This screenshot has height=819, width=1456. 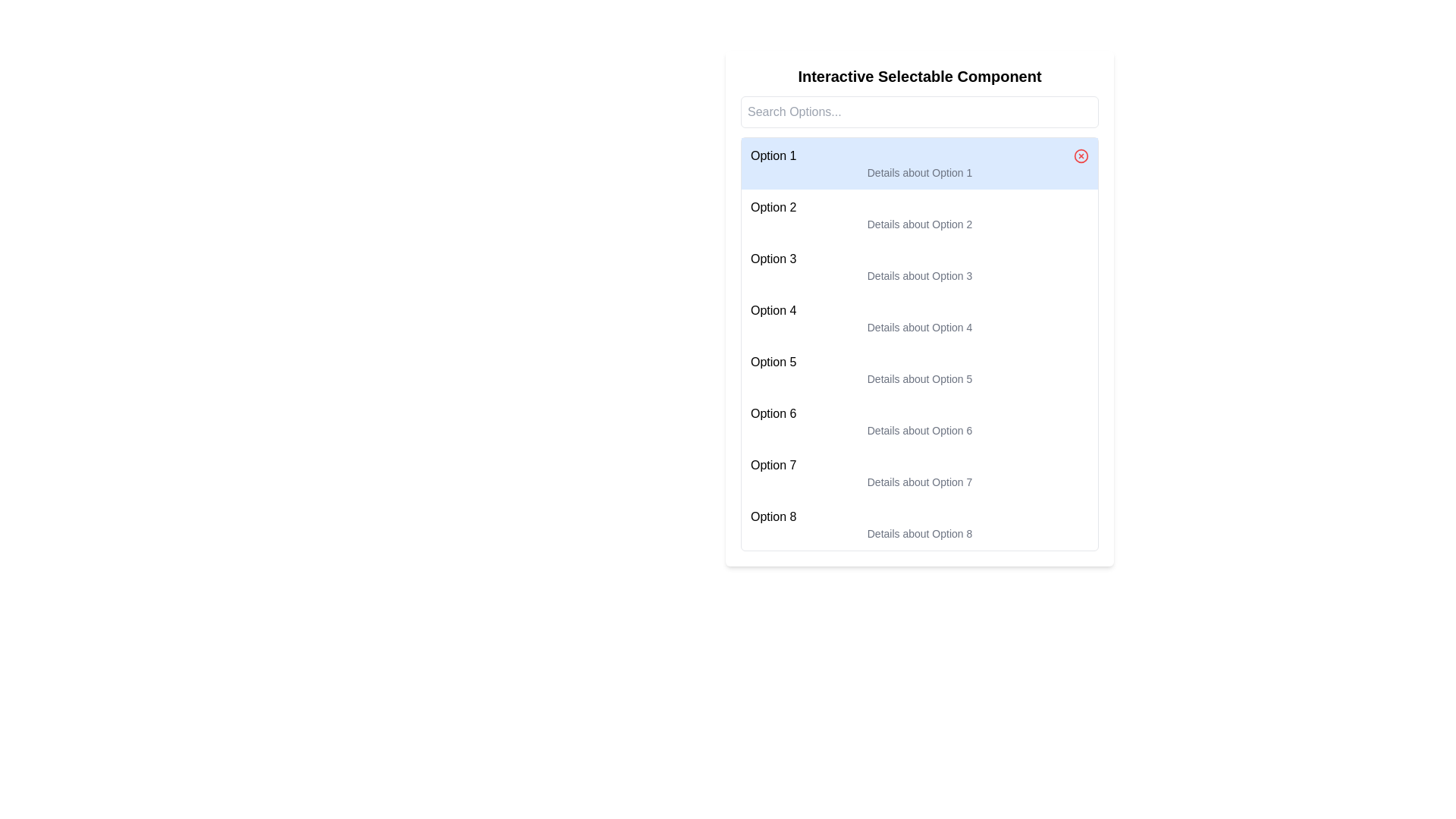 I want to click on the 'Option 5' text label, so click(x=773, y=362).